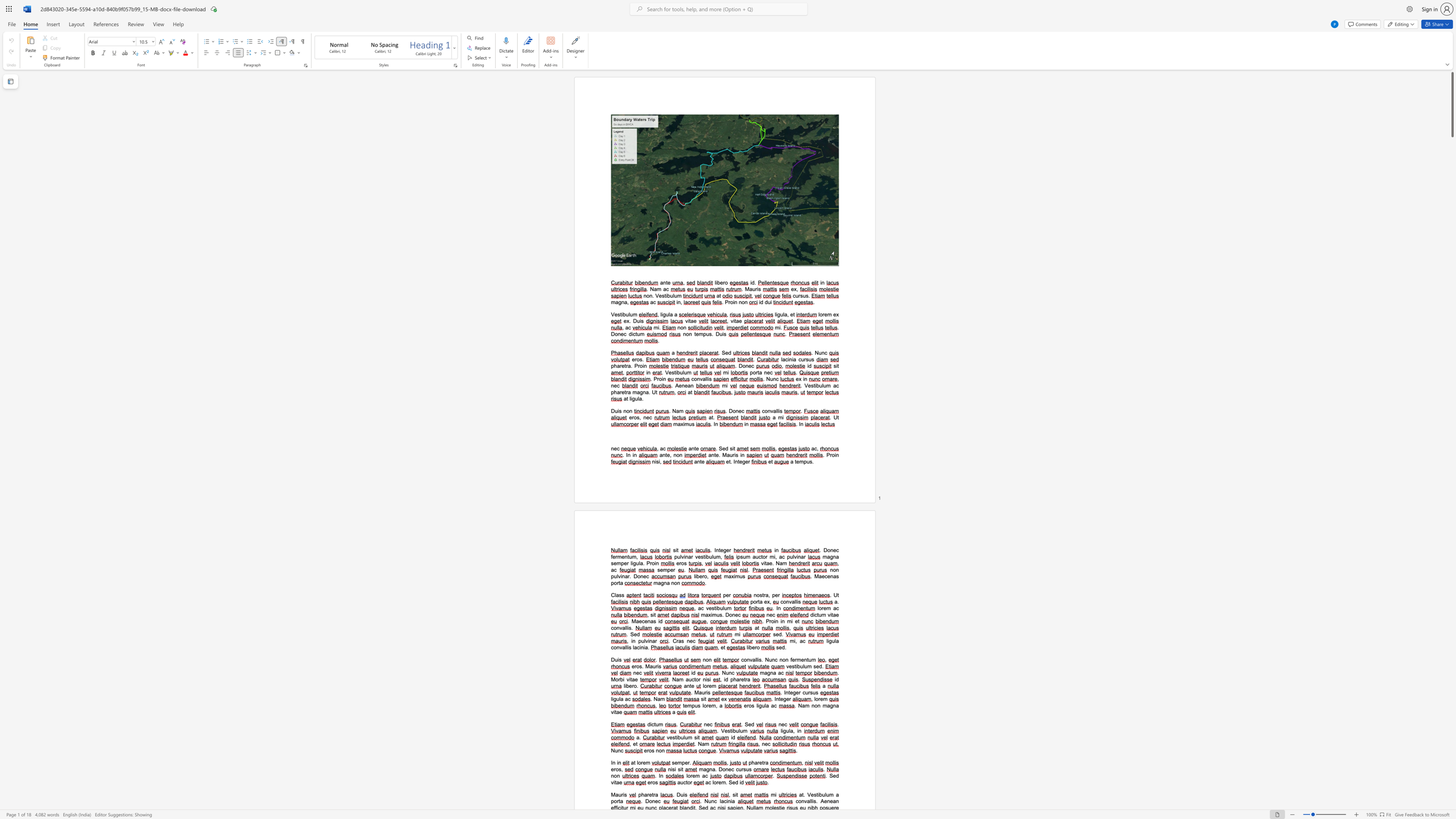 The width and height of the screenshot is (1456, 819). I want to click on the space between the continuous character "i" and "p" in the text, so click(737, 557).